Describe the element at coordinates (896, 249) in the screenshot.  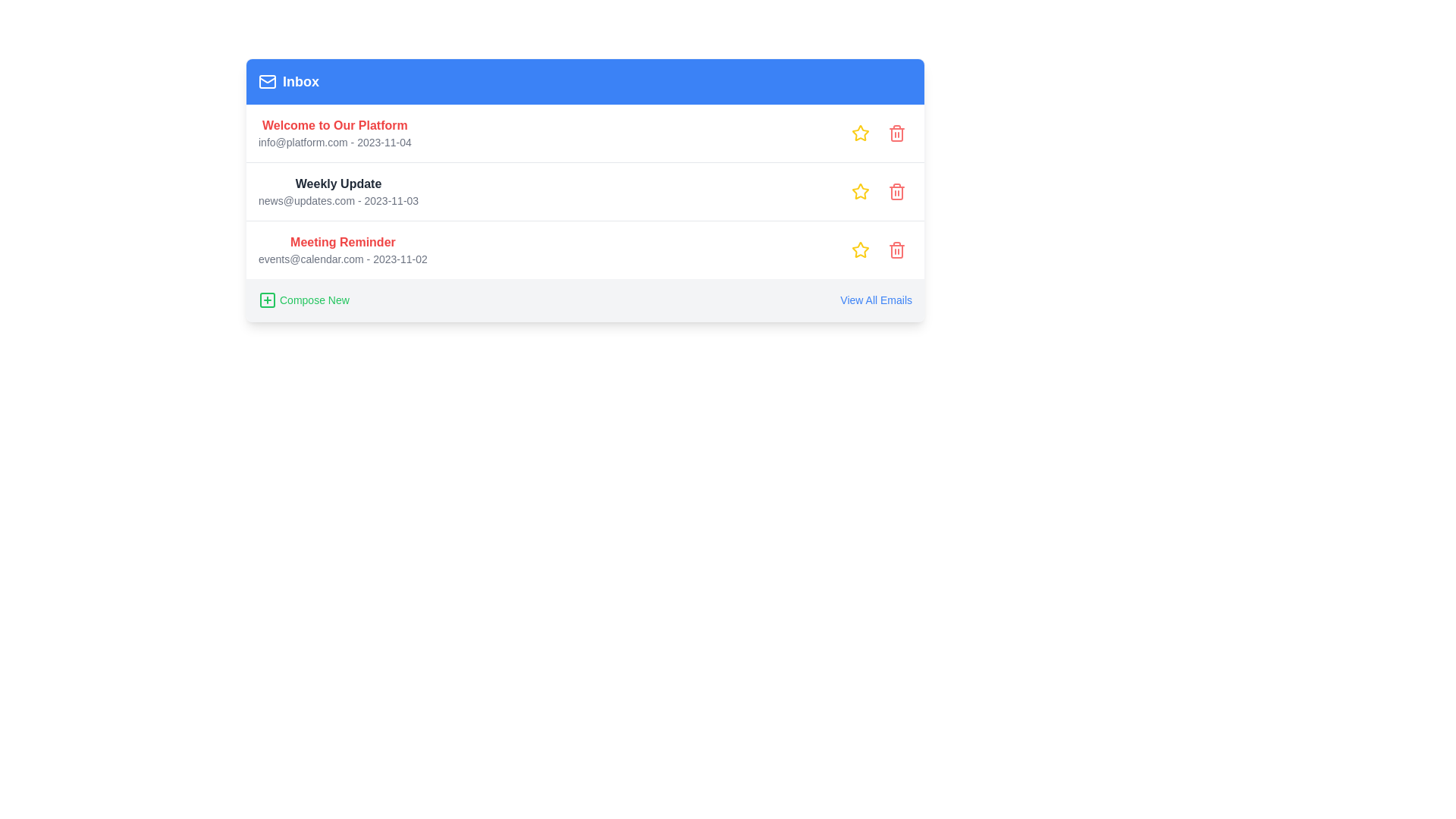
I see `the delete button for the 'Meeting Reminder' email entry, which is located to the right of a yellow star icon in the third row of the table layout` at that location.